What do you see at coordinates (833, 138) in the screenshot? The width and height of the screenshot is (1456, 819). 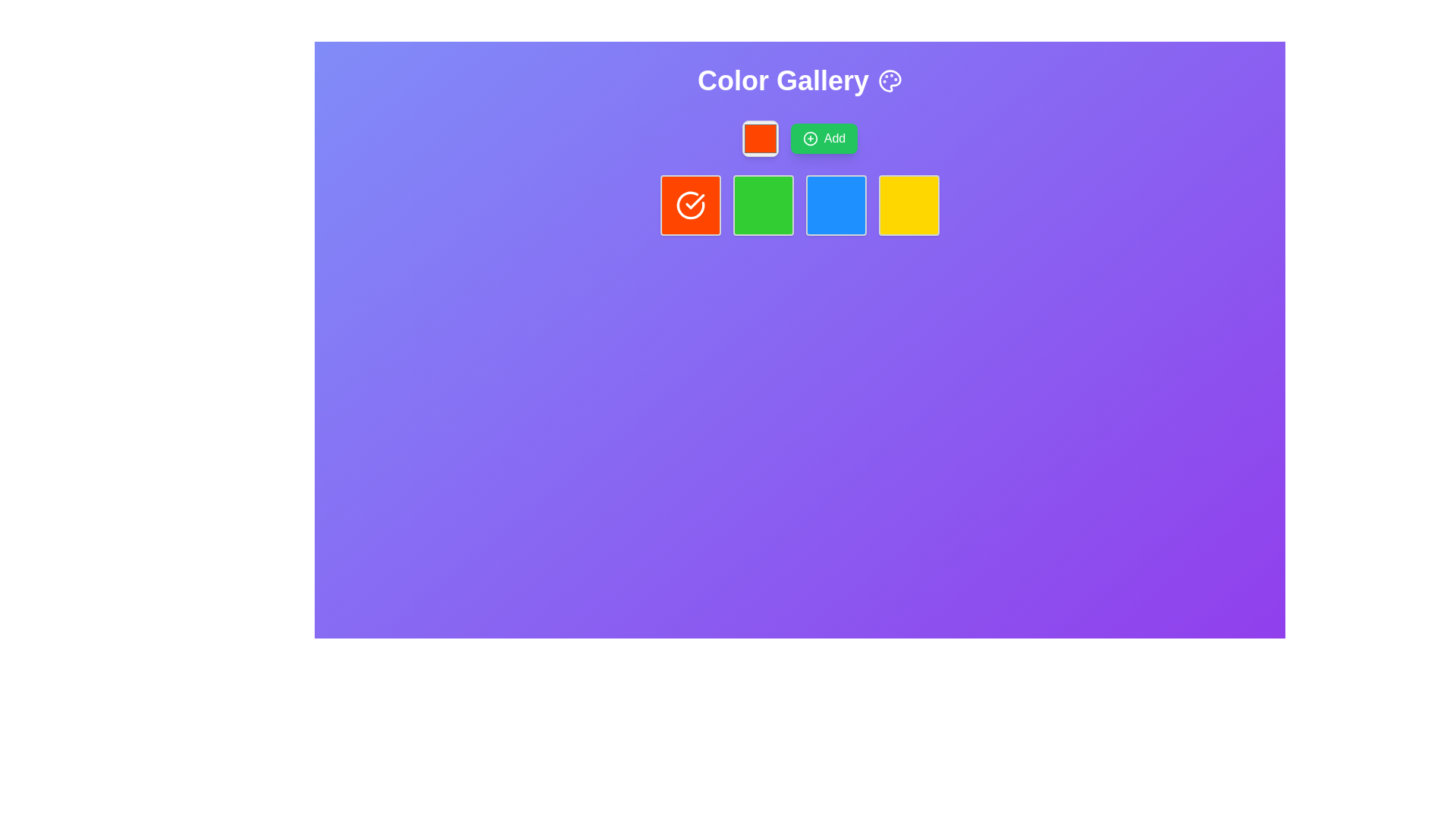 I see `text label that serves as the label for a button to add items, located in the upper-right corner of the interface near the 'Color Gallery' title` at bounding box center [833, 138].